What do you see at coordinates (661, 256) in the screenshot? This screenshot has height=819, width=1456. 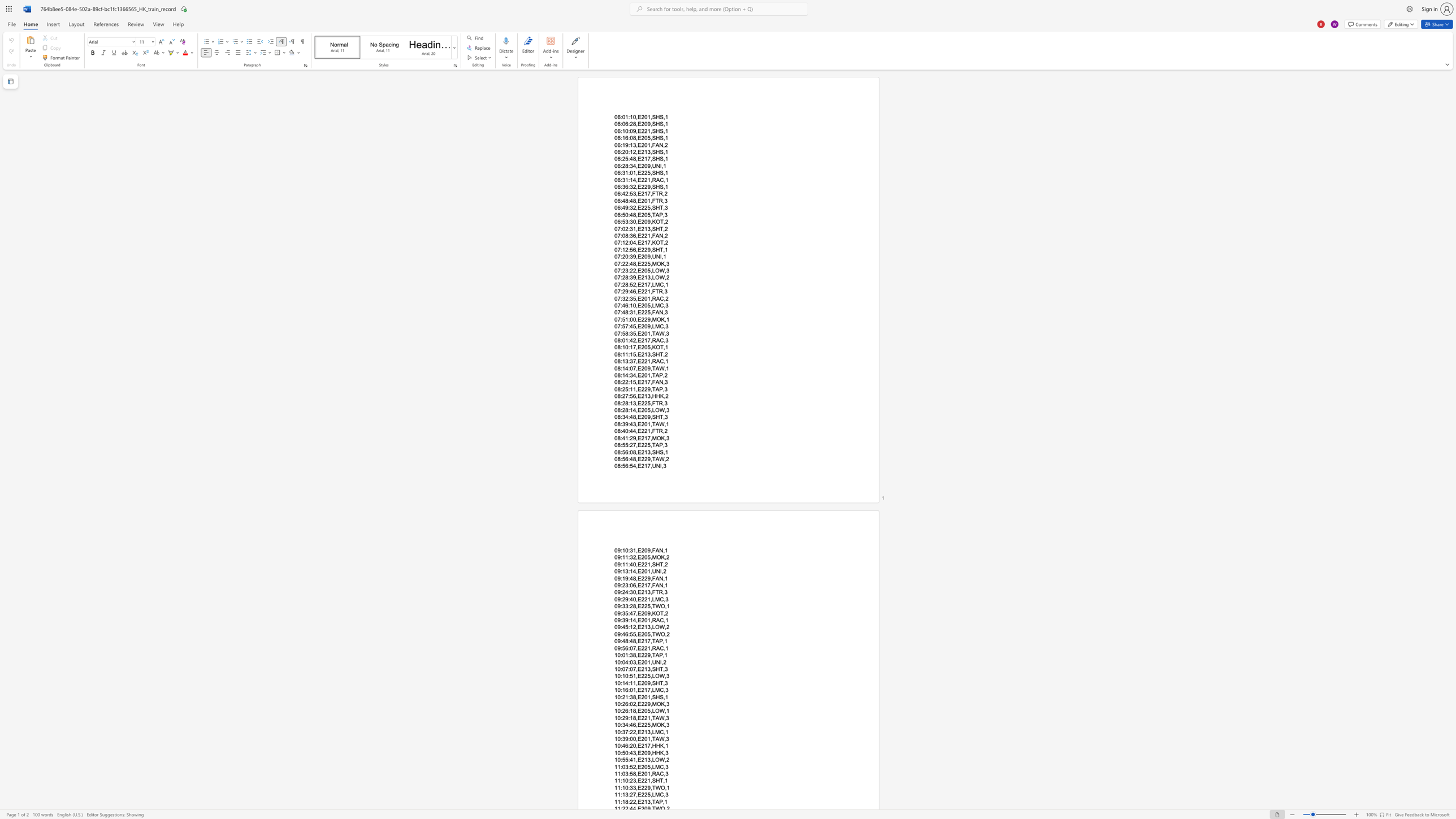 I see `the space between the continuous character "I" and "," in the text` at bounding box center [661, 256].